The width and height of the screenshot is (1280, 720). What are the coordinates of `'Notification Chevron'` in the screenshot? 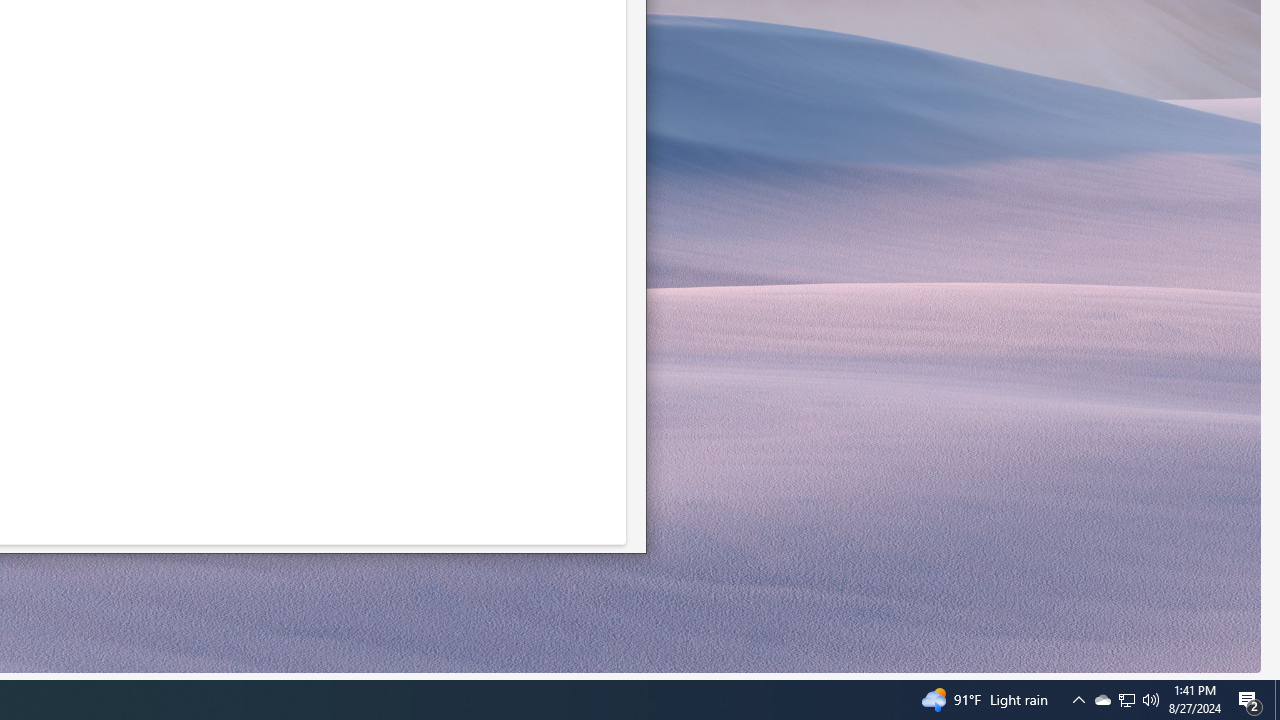 It's located at (1127, 698).